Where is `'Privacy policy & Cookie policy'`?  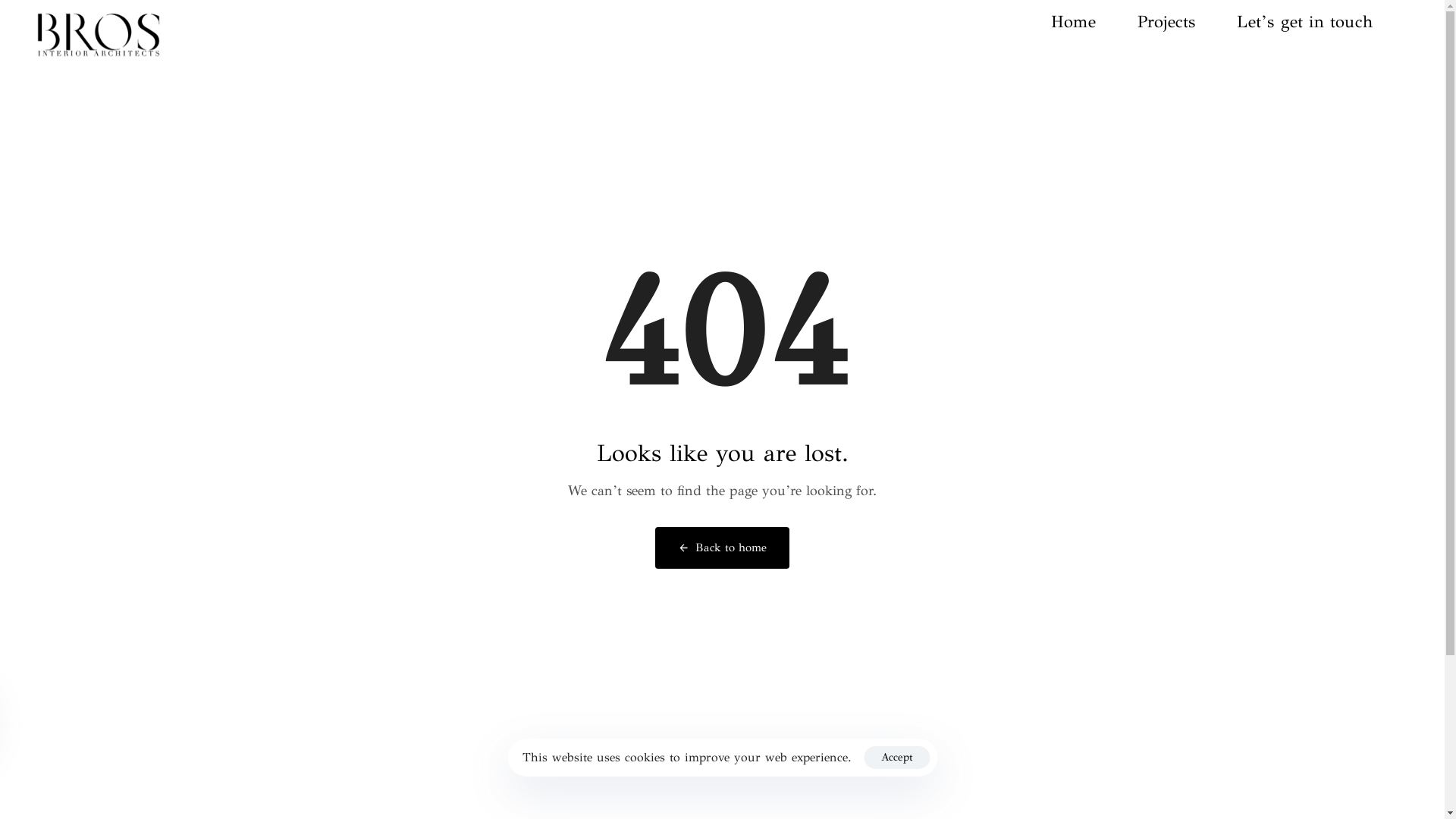
'Privacy policy & Cookie policy' is located at coordinates (720, 758).